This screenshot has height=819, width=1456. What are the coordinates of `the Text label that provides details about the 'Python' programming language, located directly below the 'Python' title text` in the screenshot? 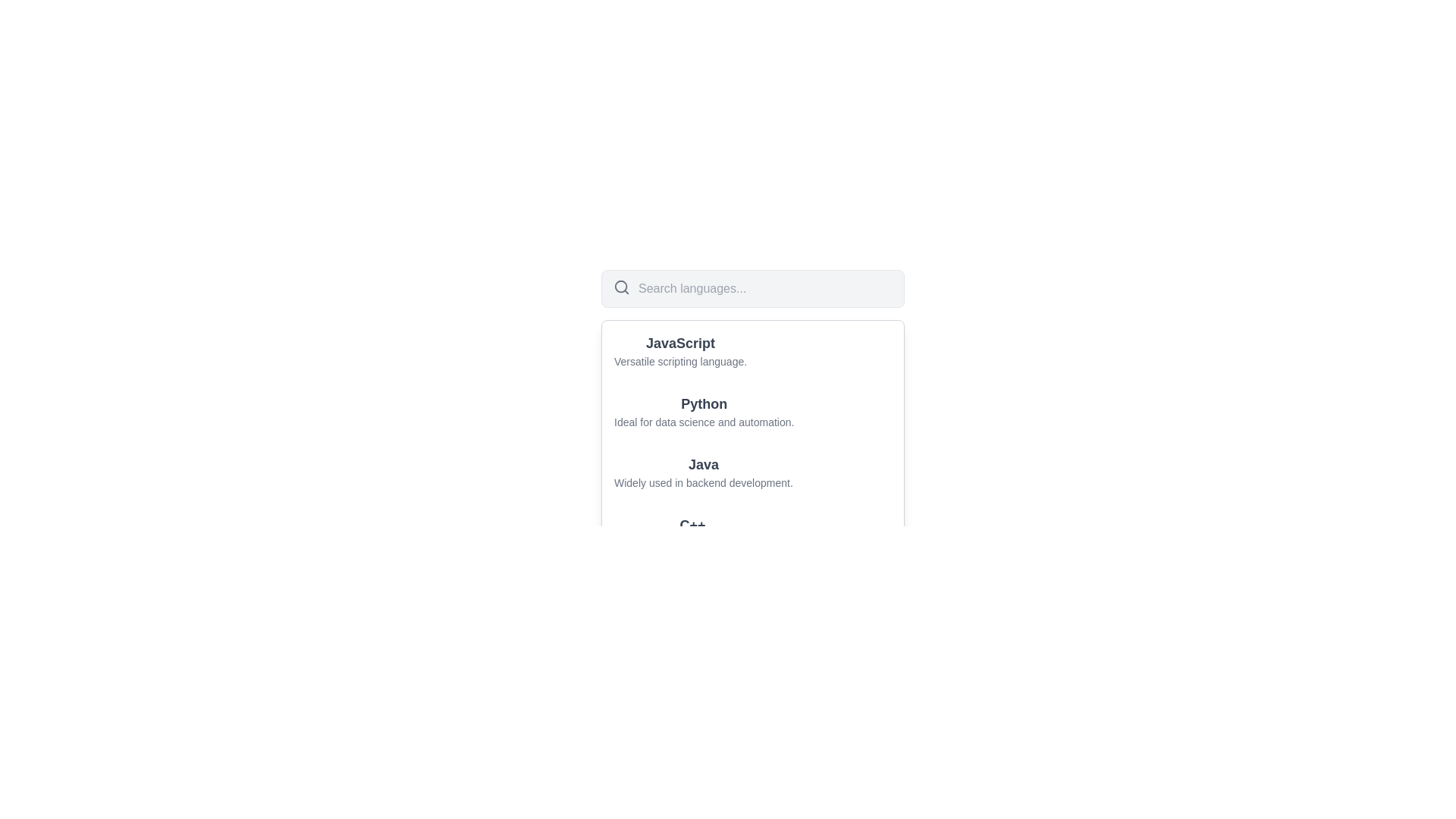 It's located at (703, 422).